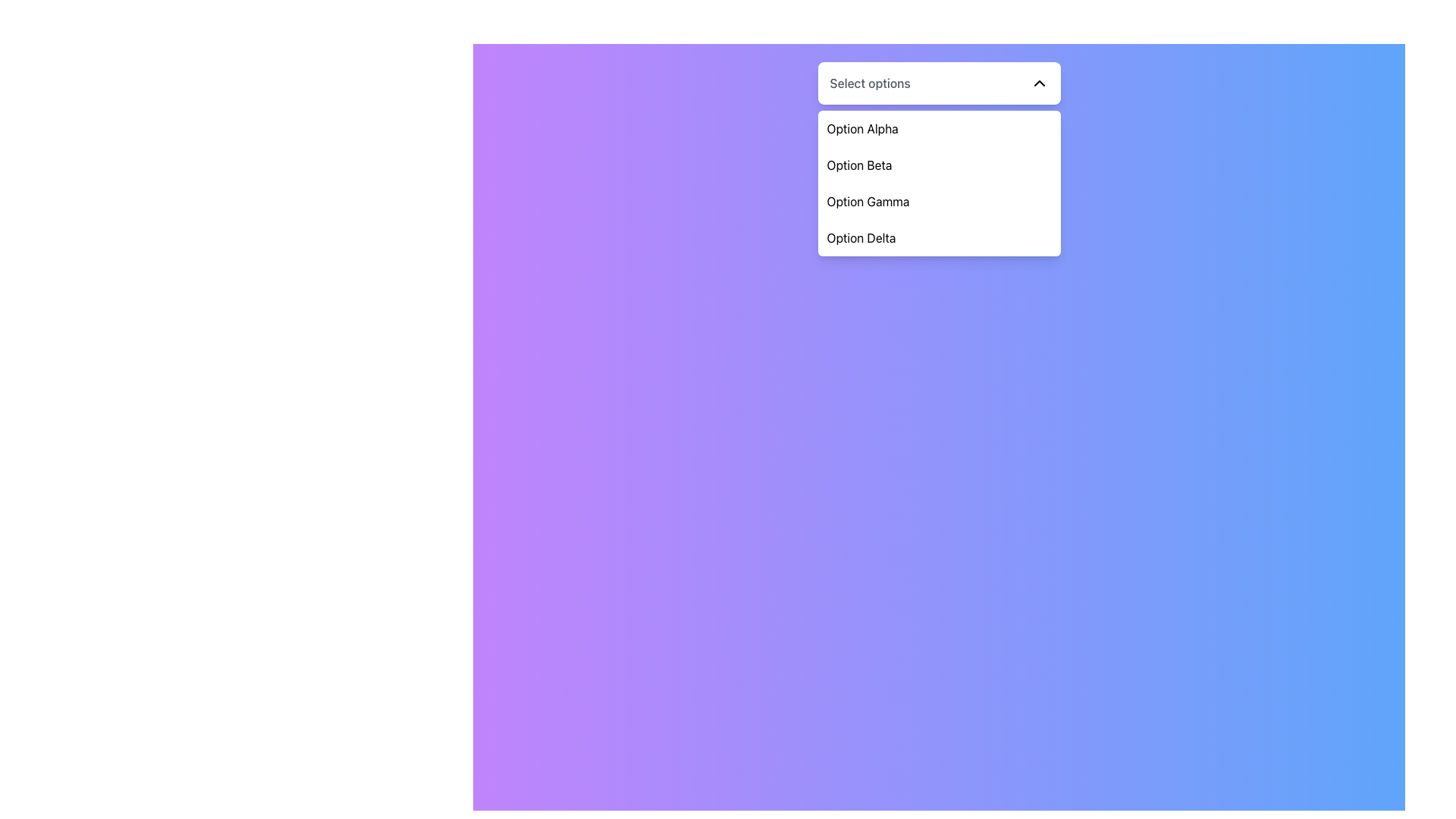  What do you see at coordinates (868, 201) in the screenshot?
I see `the text label displaying 'Option Gamma' in the dropdown menu` at bounding box center [868, 201].